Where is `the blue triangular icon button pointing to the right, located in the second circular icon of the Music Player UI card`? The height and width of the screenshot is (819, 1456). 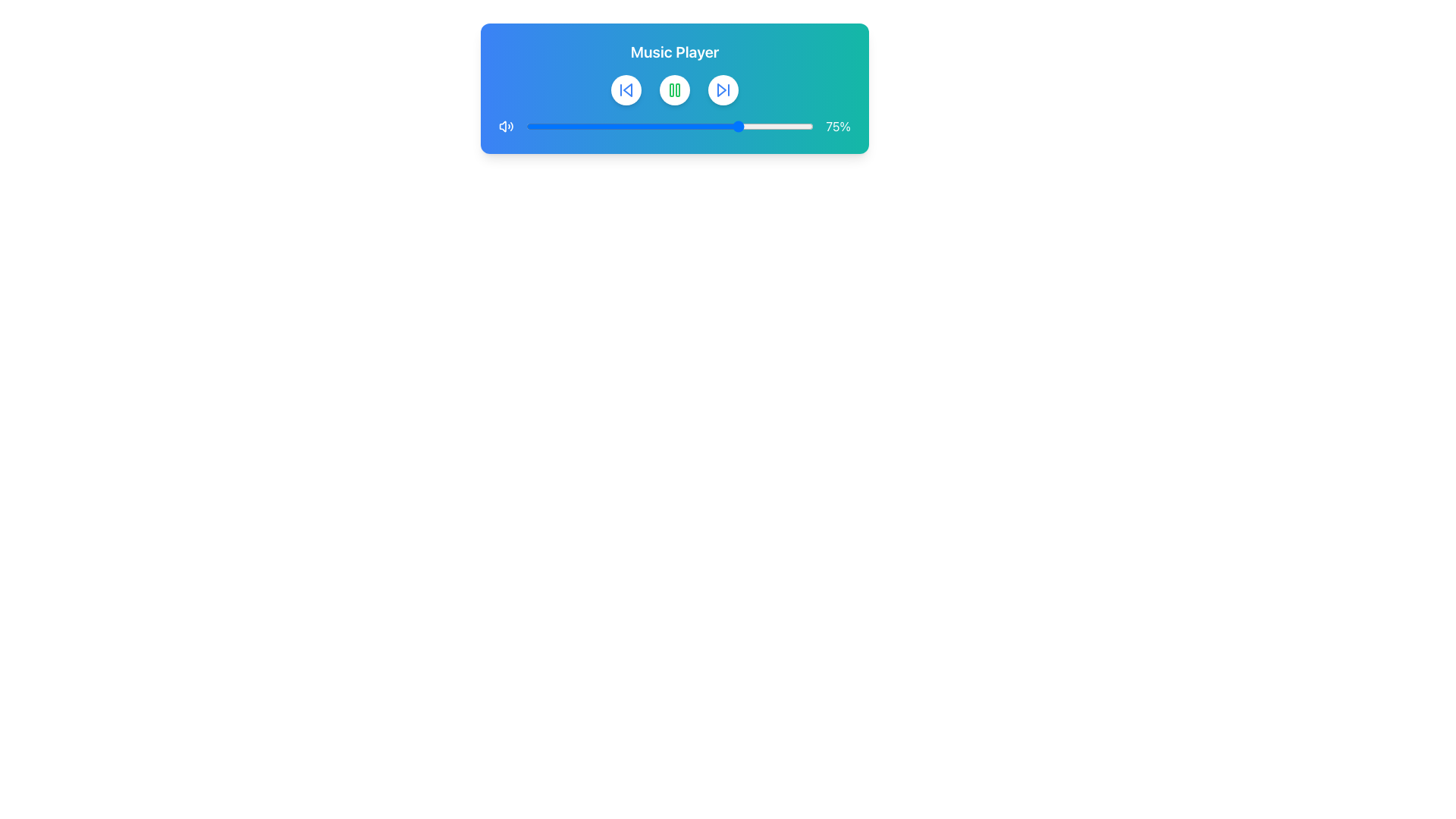
the blue triangular icon button pointing to the right, located in the second circular icon of the Music Player UI card is located at coordinates (720, 90).